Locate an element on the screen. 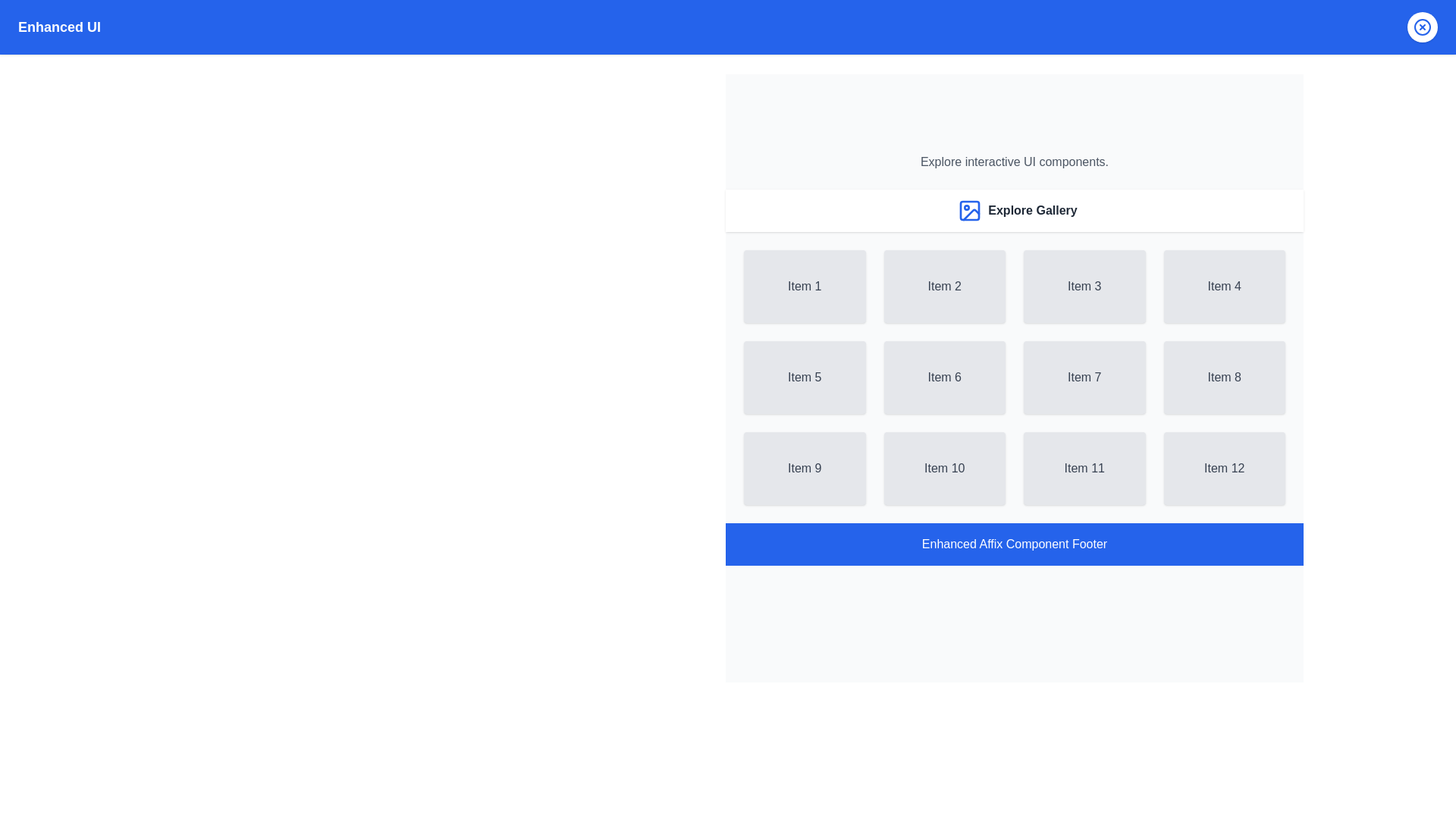 The image size is (1456, 819). the title/header element at the top-left corner of the interface, which serves as the title or heading for the application or page is located at coordinates (59, 27).